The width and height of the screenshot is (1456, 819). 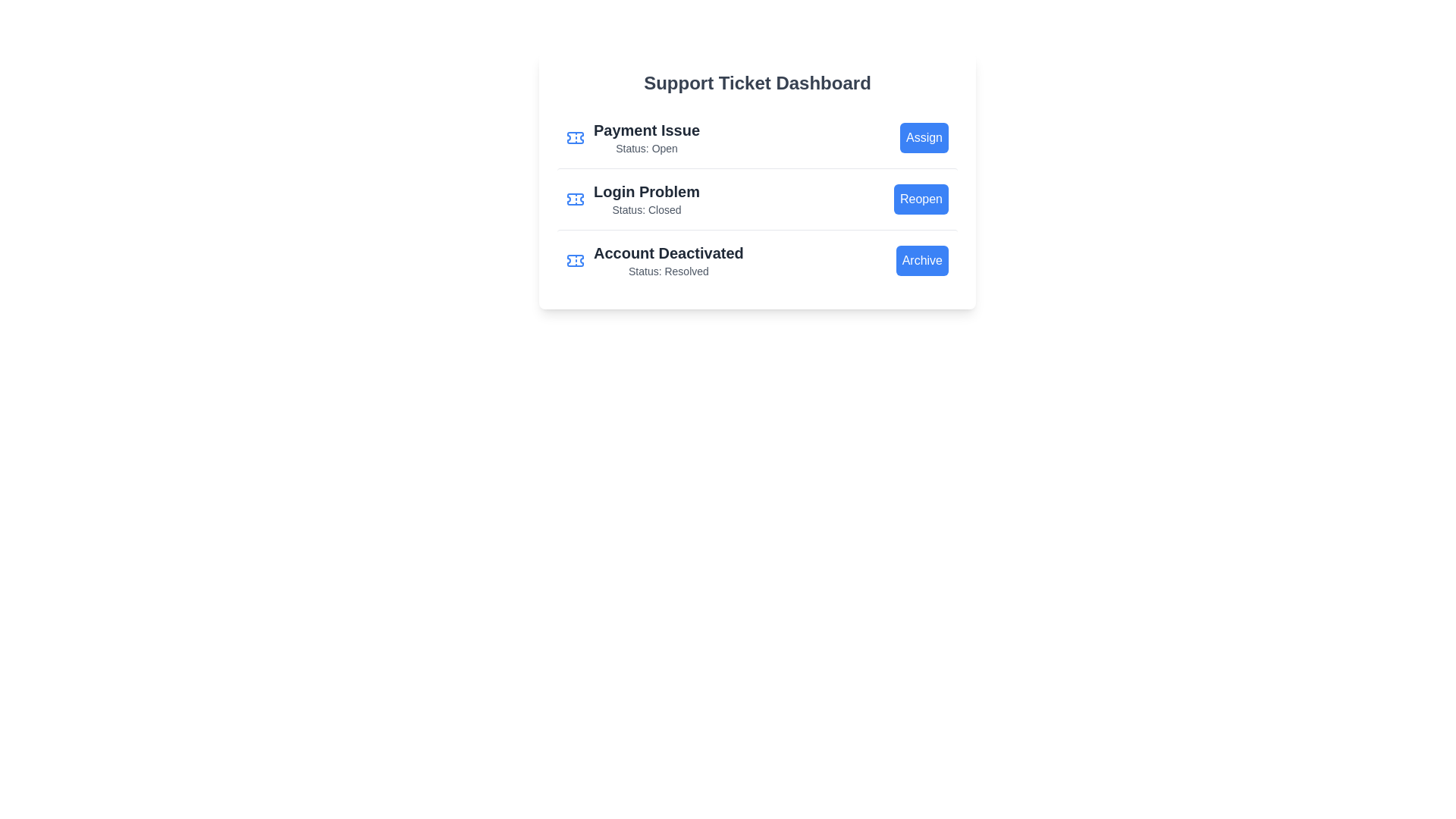 I want to click on the ticket title Payment Issue from the list, so click(x=633, y=137).